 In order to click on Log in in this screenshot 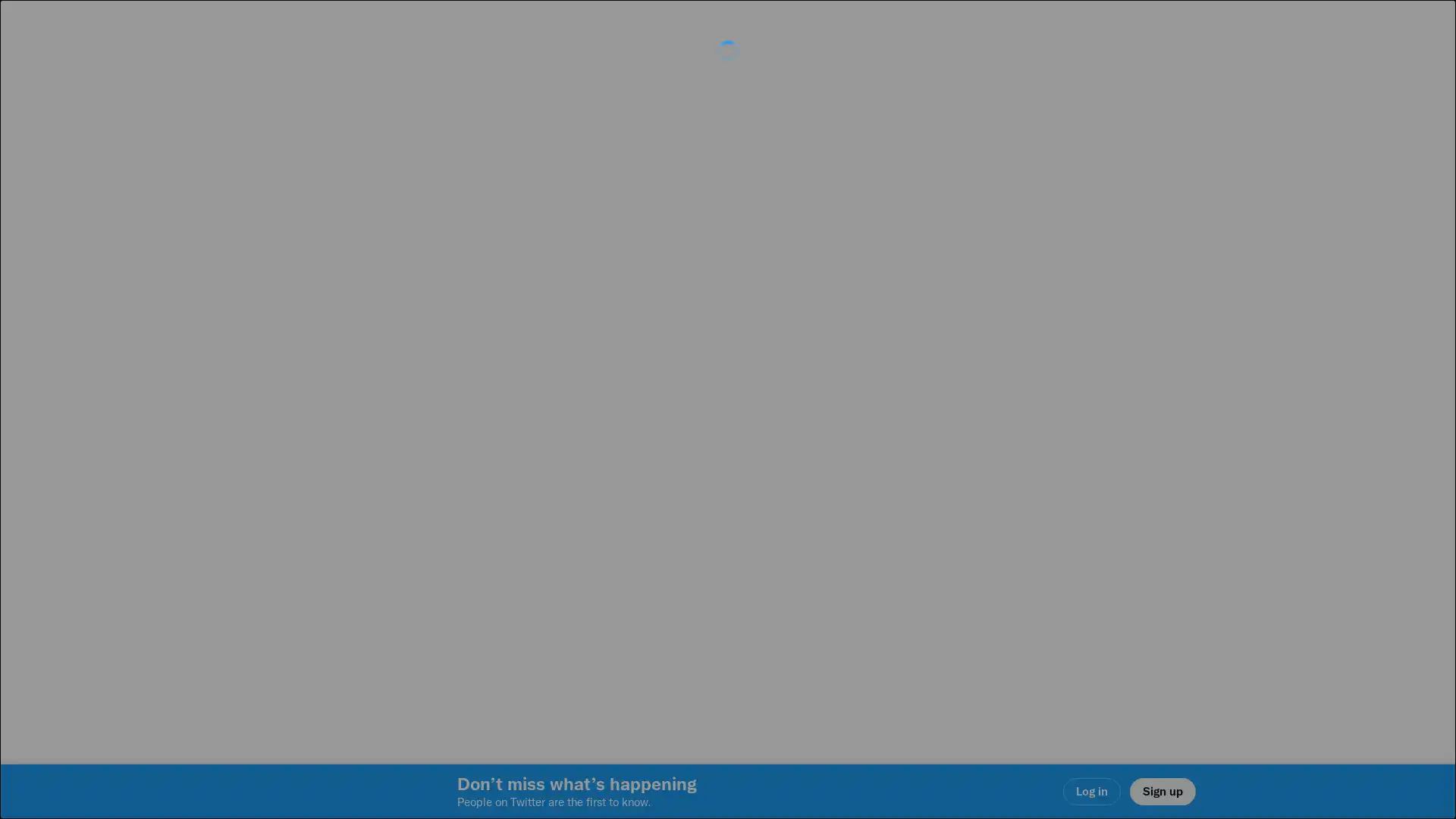, I will do `click(910, 516)`.